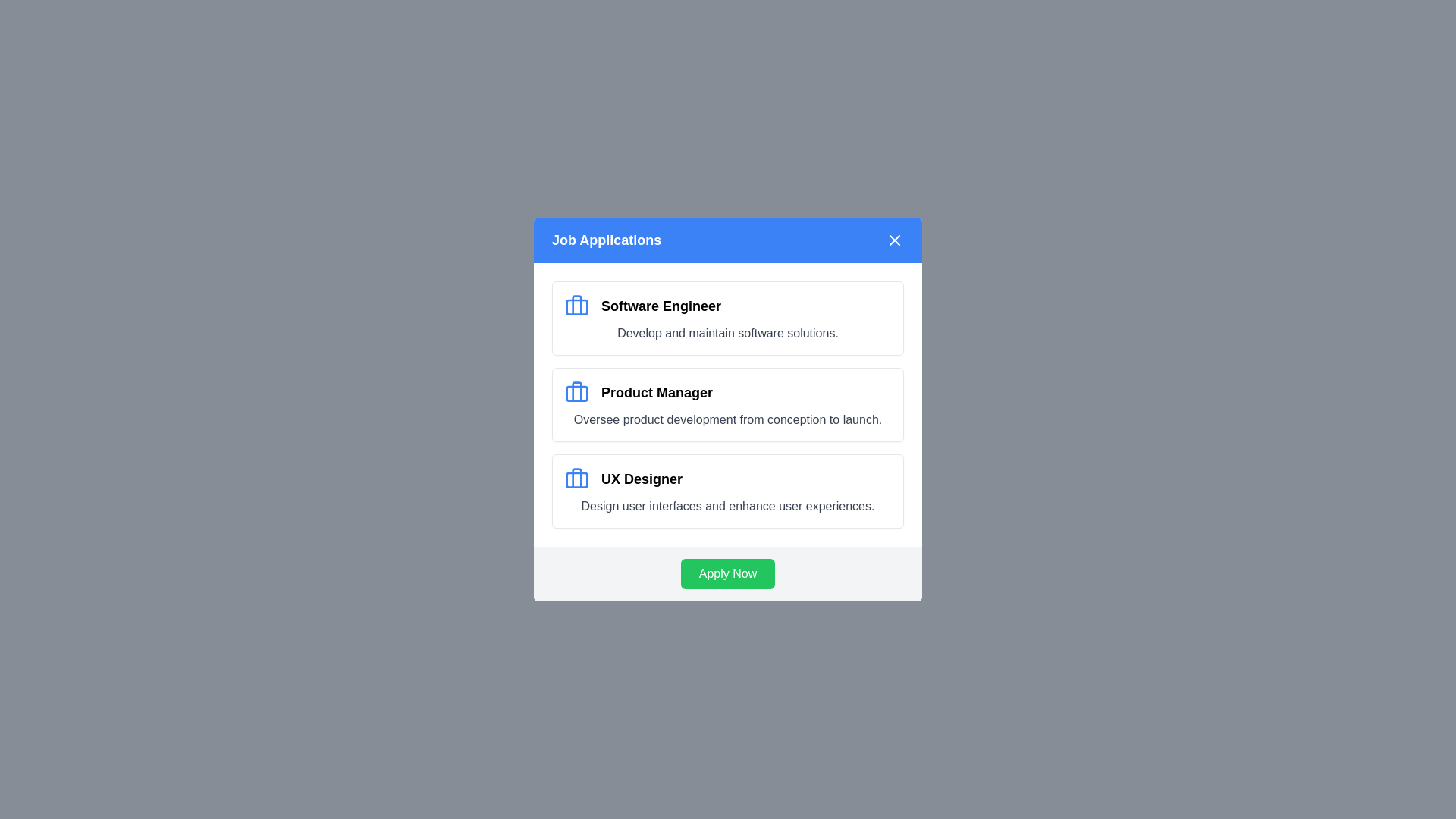 The height and width of the screenshot is (819, 1456). What do you see at coordinates (895, 239) in the screenshot?
I see `the close icon located in the upper-right corner of the blue header bar of the 'Job Applications' modal to potentially receive visual feedback` at bounding box center [895, 239].